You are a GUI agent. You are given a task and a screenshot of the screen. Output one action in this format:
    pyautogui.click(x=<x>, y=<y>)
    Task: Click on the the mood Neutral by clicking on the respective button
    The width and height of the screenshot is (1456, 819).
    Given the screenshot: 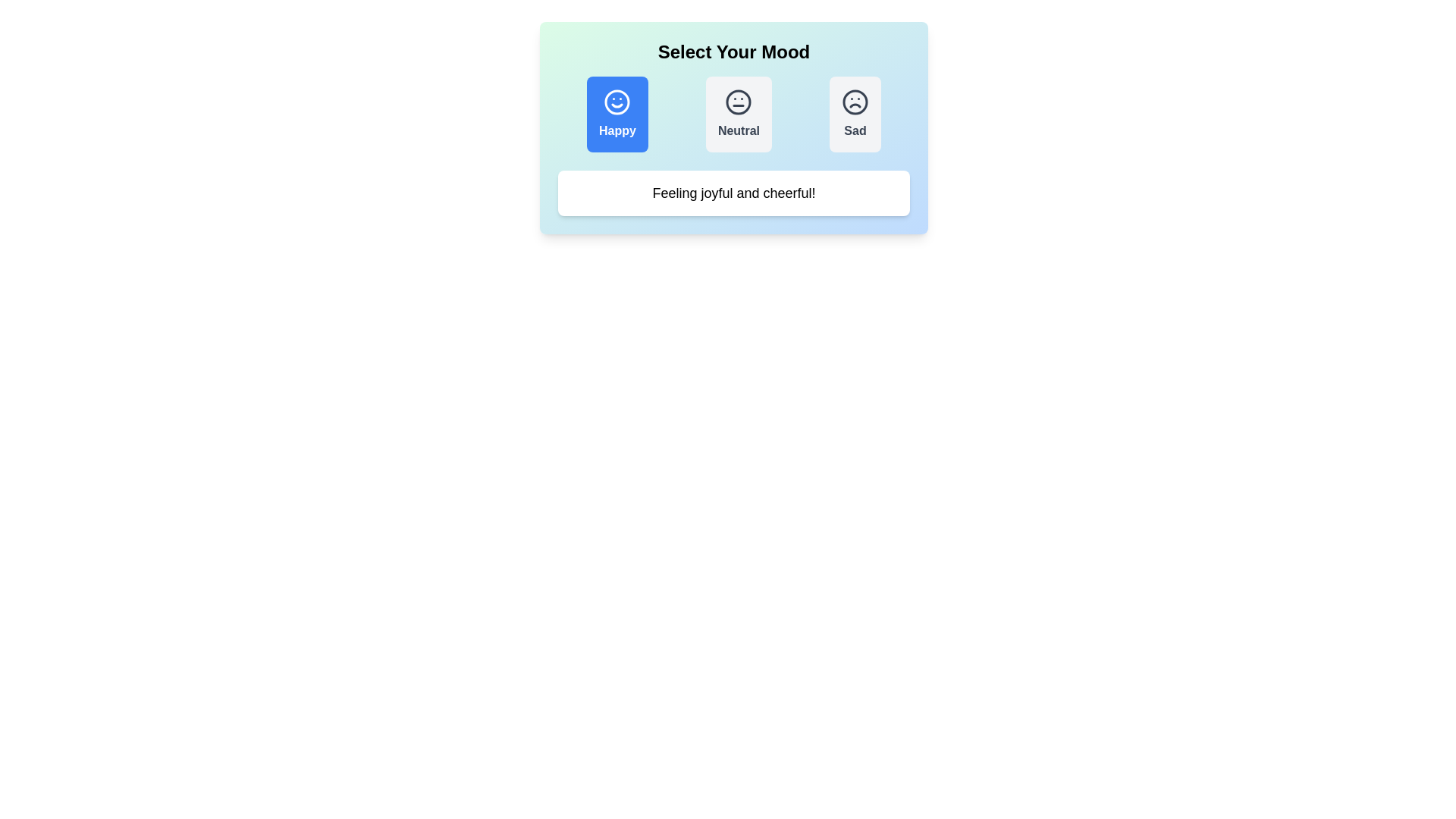 What is the action you would take?
    pyautogui.click(x=739, y=113)
    